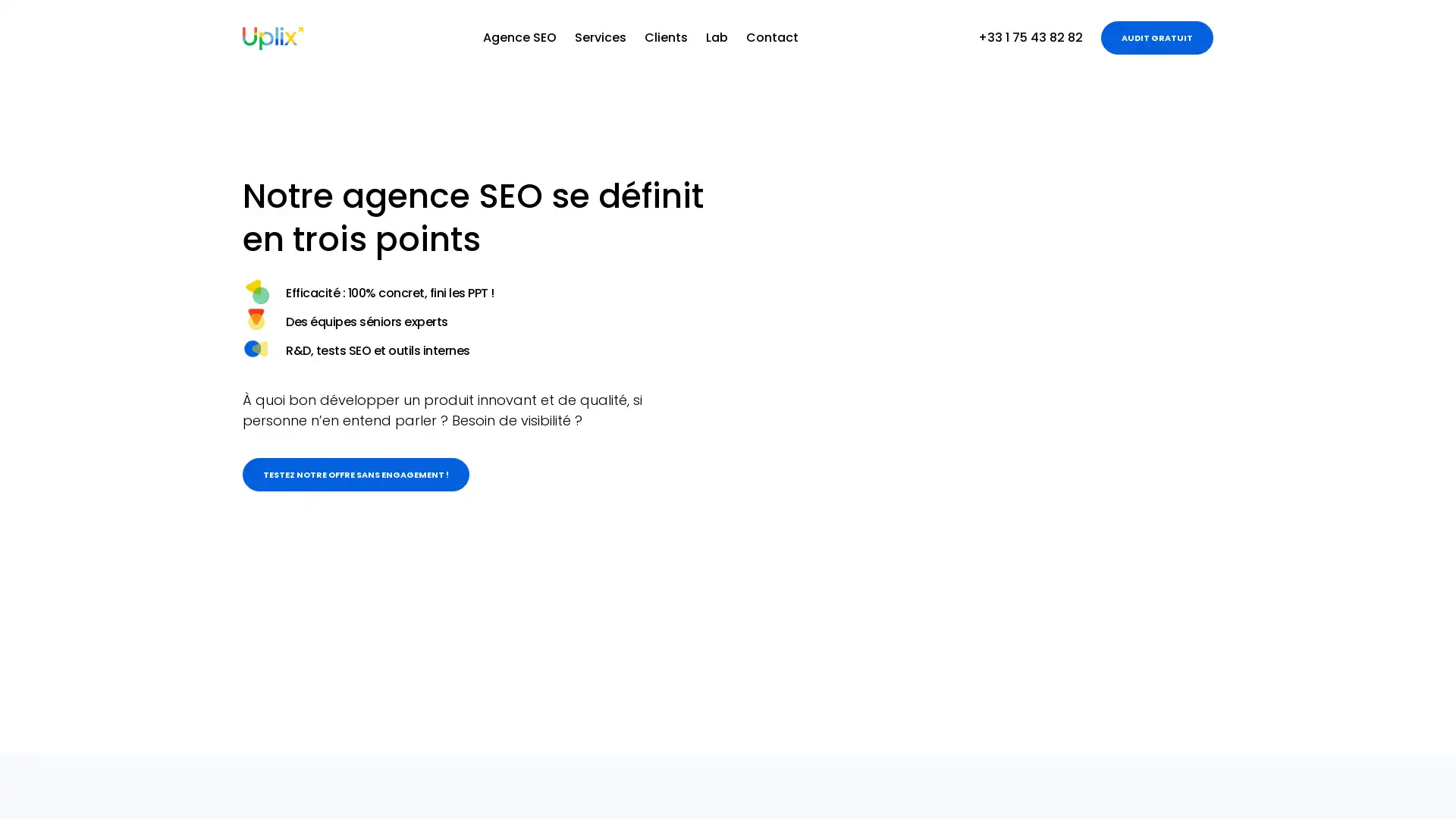  What do you see at coordinates (1387, 742) in the screenshot?
I see `OK pour moi` at bounding box center [1387, 742].